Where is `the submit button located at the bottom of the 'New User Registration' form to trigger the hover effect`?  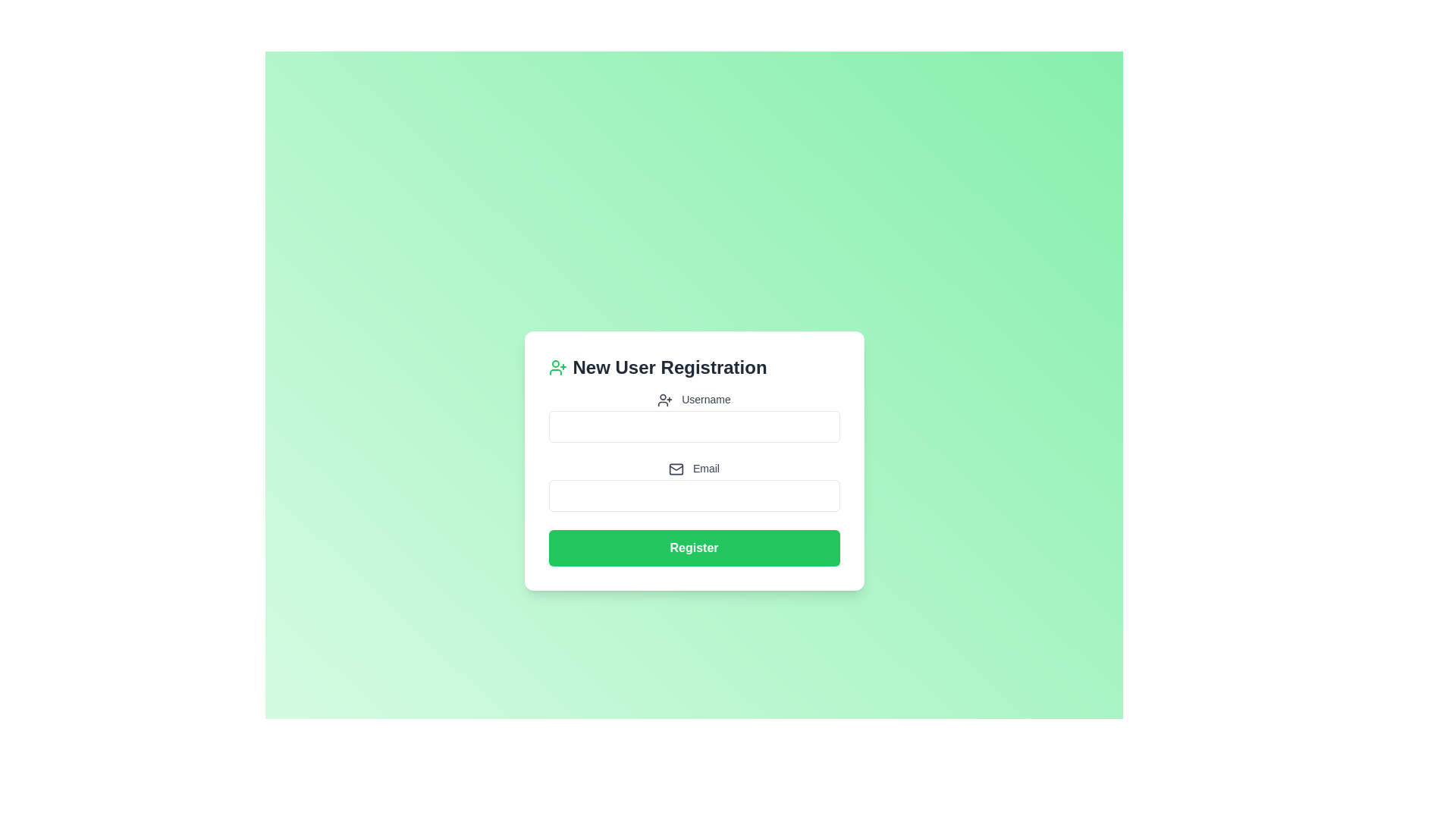 the submit button located at the bottom of the 'New User Registration' form to trigger the hover effect is located at coordinates (693, 548).